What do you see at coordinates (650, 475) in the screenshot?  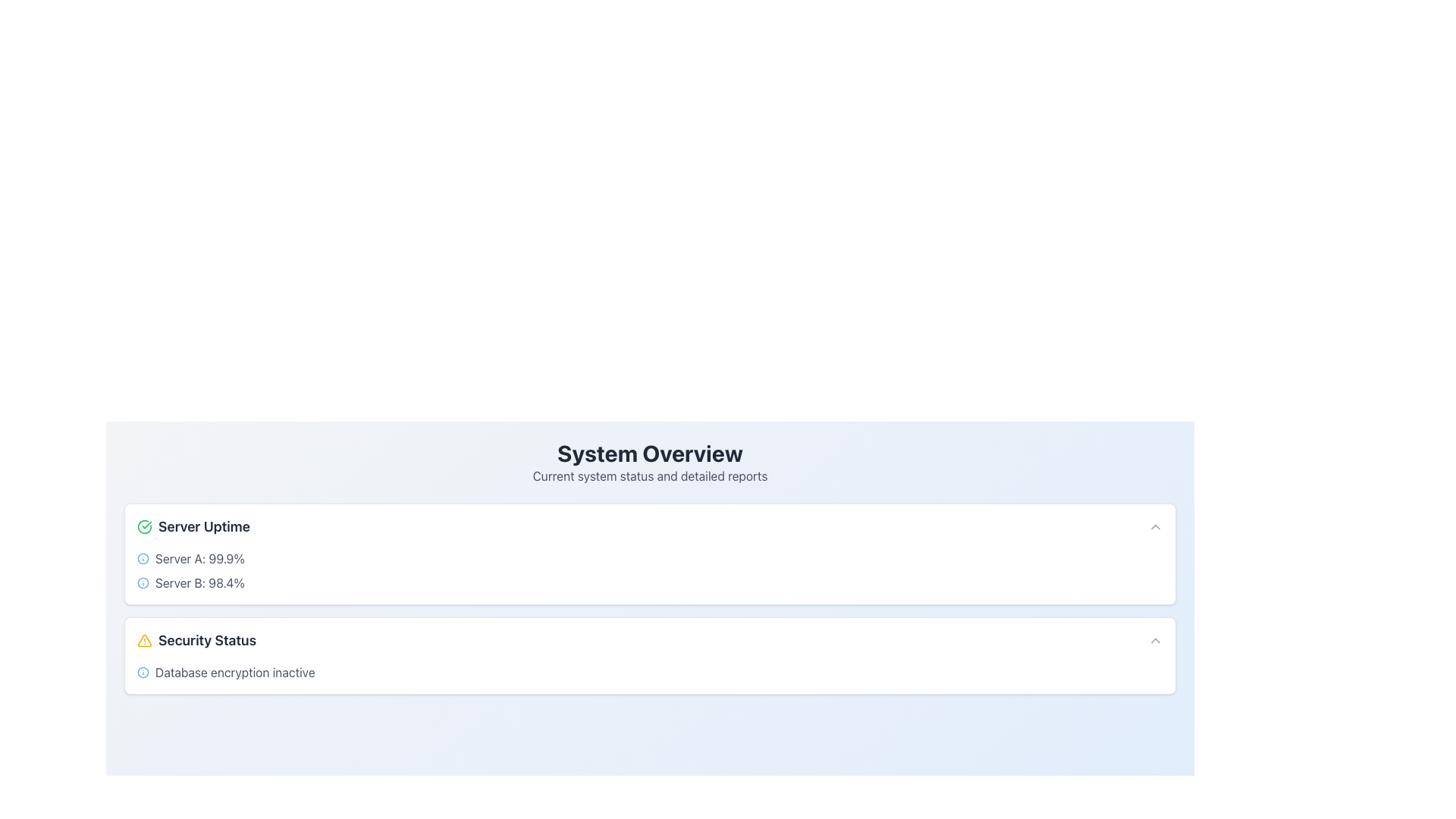 I see `text label that displays 'Current system status and detailed reports', located beneath the 'System Overview' heading` at bounding box center [650, 475].